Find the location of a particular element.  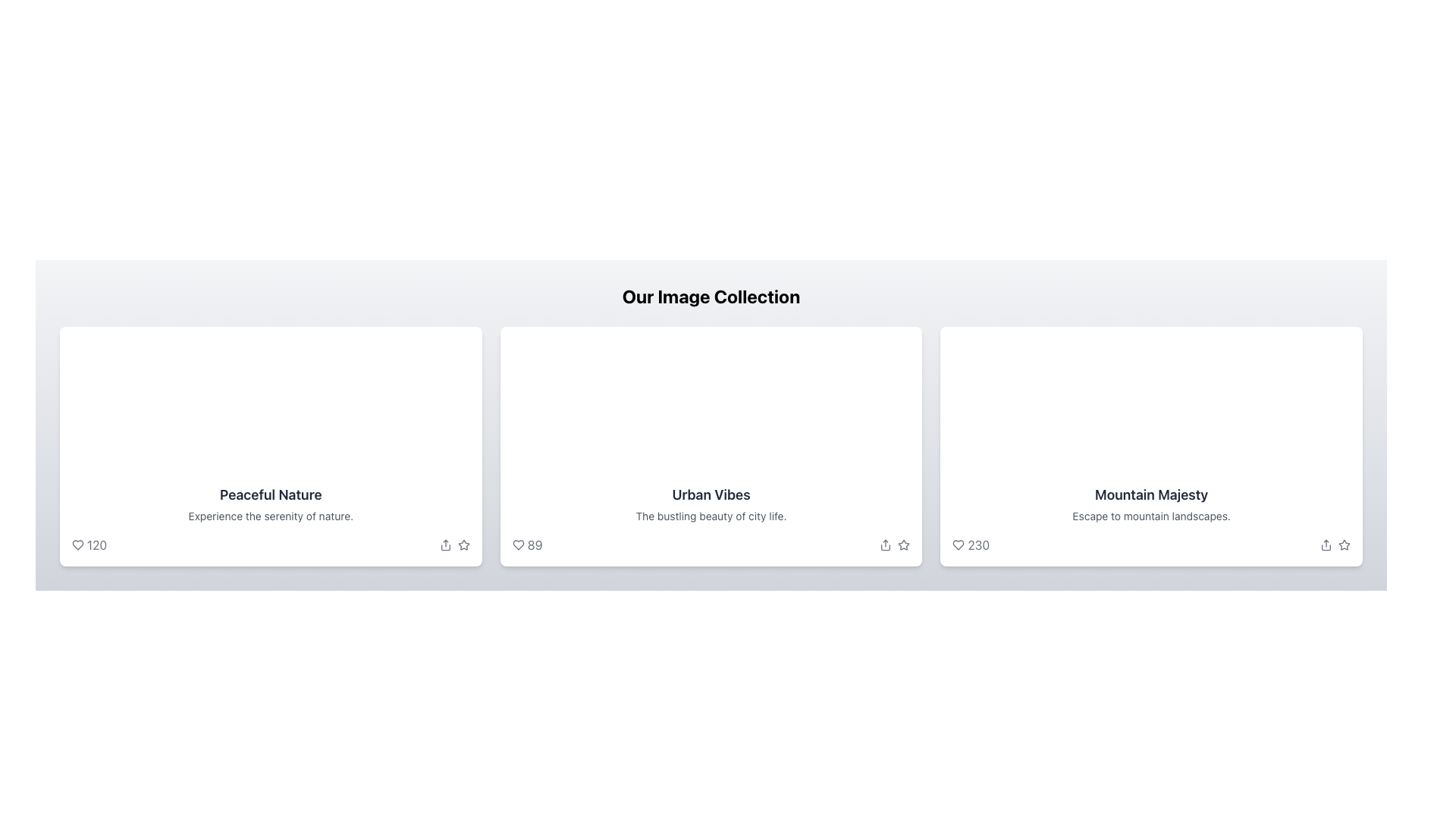

the upward arrow icon located in the bottom-right section of the second card titled 'Urban Vibes' to share is located at coordinates (895, 544).